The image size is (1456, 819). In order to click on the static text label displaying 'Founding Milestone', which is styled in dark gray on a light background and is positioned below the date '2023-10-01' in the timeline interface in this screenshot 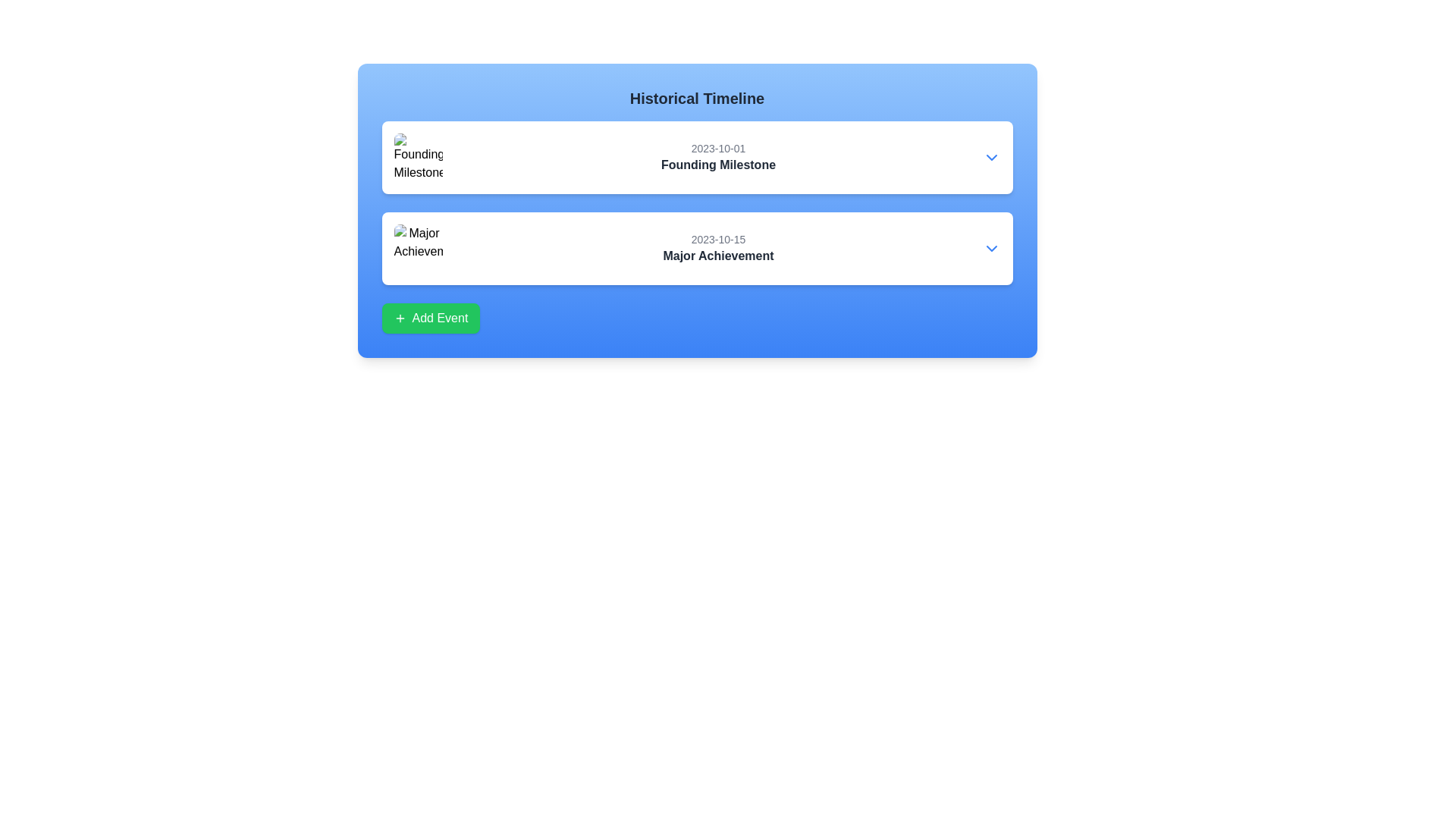, I will do `click(717, 165)`.